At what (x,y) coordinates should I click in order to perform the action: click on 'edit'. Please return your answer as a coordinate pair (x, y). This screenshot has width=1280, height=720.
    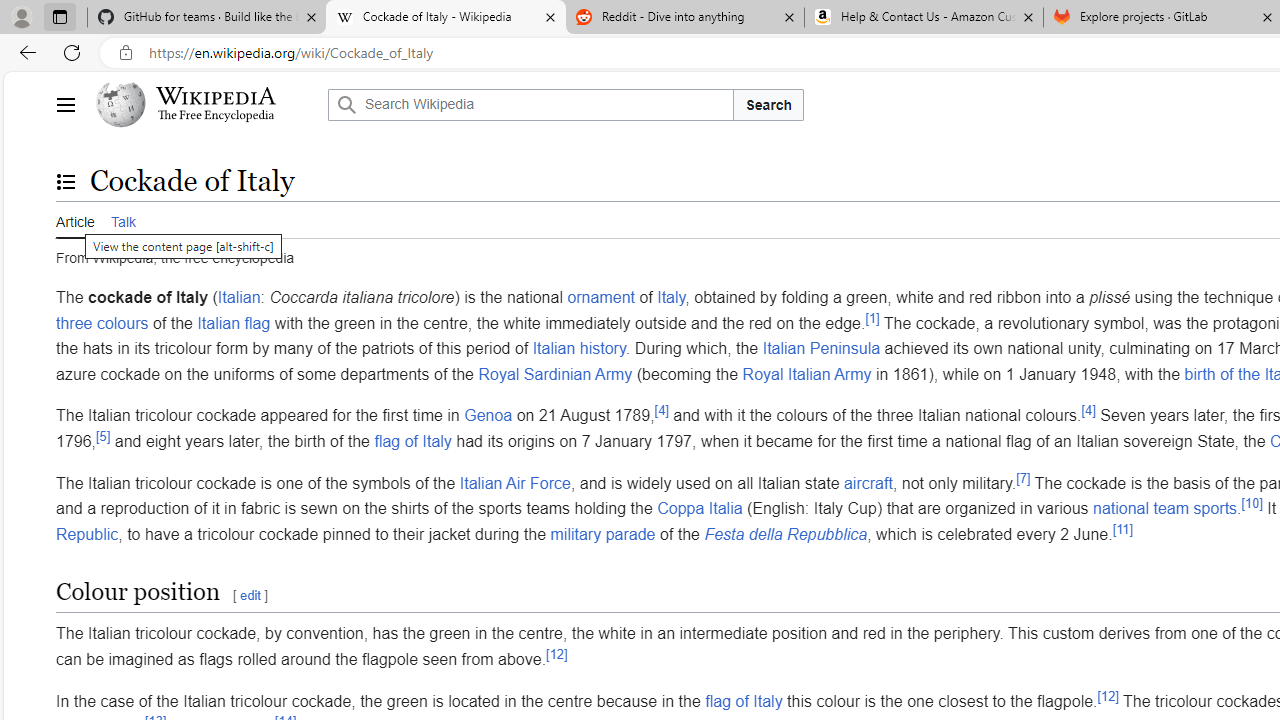
    Looking at the image, I should click on (249, 595).